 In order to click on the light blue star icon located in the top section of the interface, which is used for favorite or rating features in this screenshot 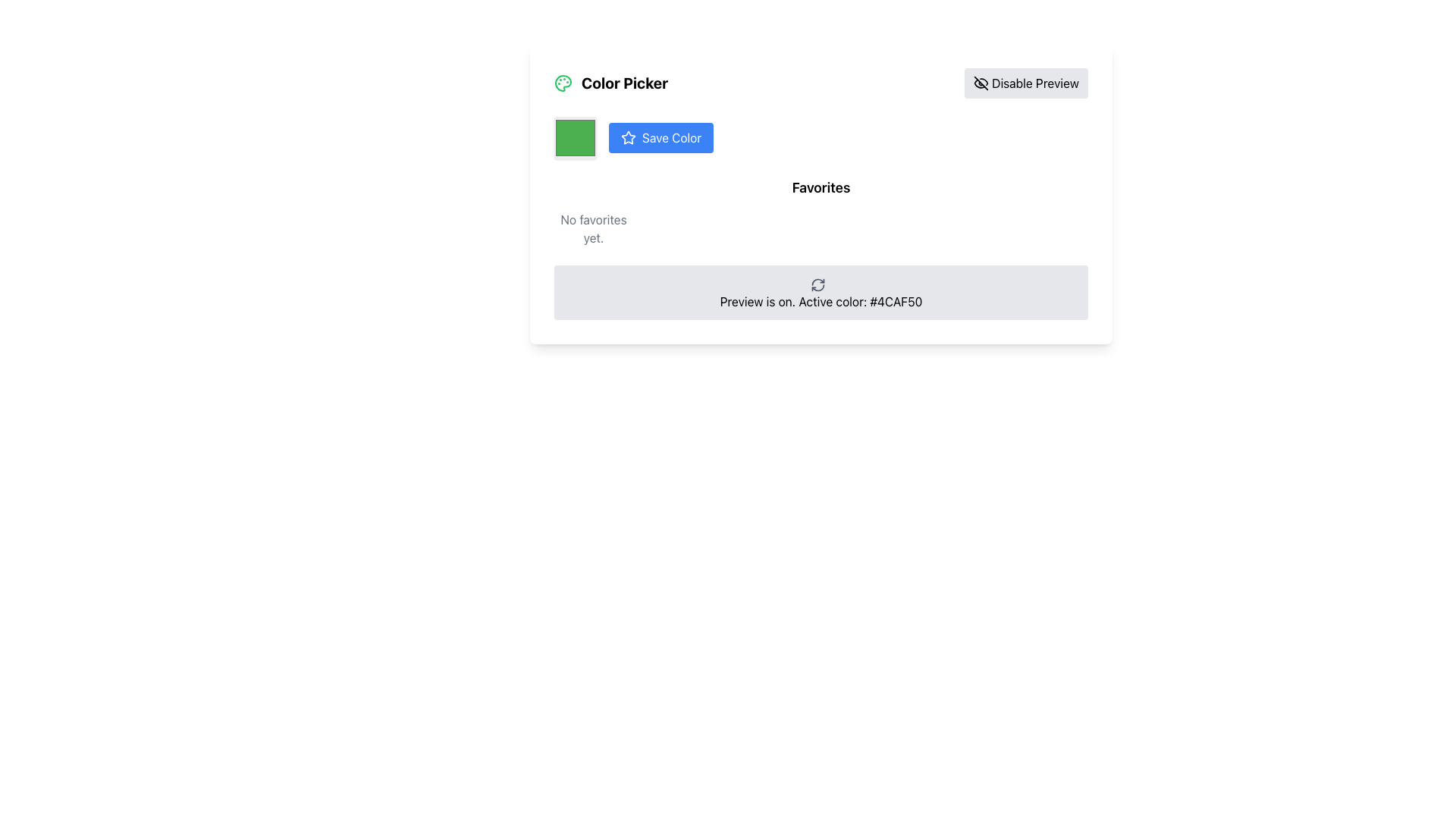, I will do `click(629, 137)`.